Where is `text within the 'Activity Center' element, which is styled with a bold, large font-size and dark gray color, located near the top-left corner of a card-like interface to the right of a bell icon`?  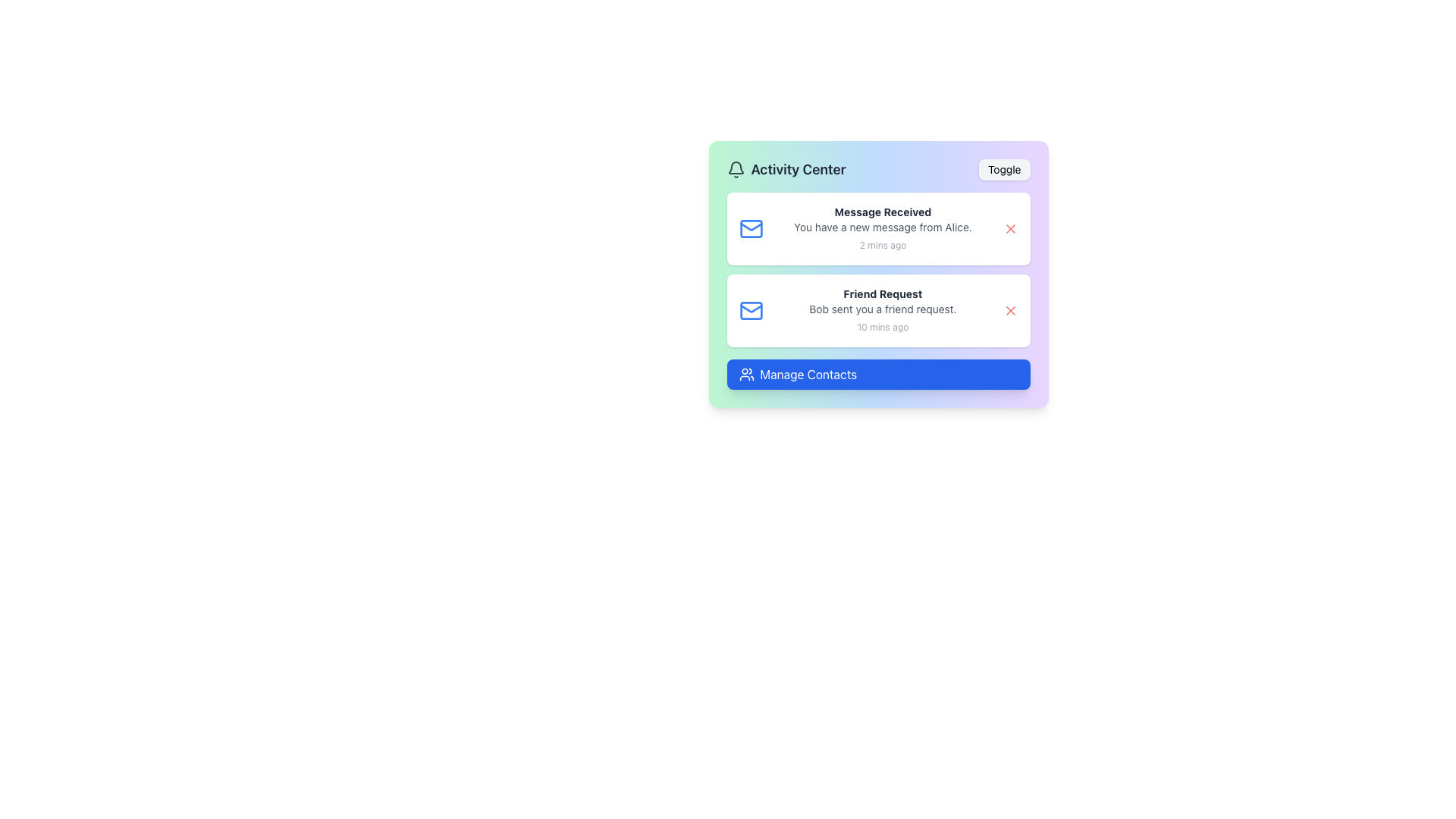 text within the 'Activity Center' element, which is styled with a bold, large font-size and dark gray color, located near the top-left corner of a card-like interface to the right of a bell icon is located at coordinates (798, 169).